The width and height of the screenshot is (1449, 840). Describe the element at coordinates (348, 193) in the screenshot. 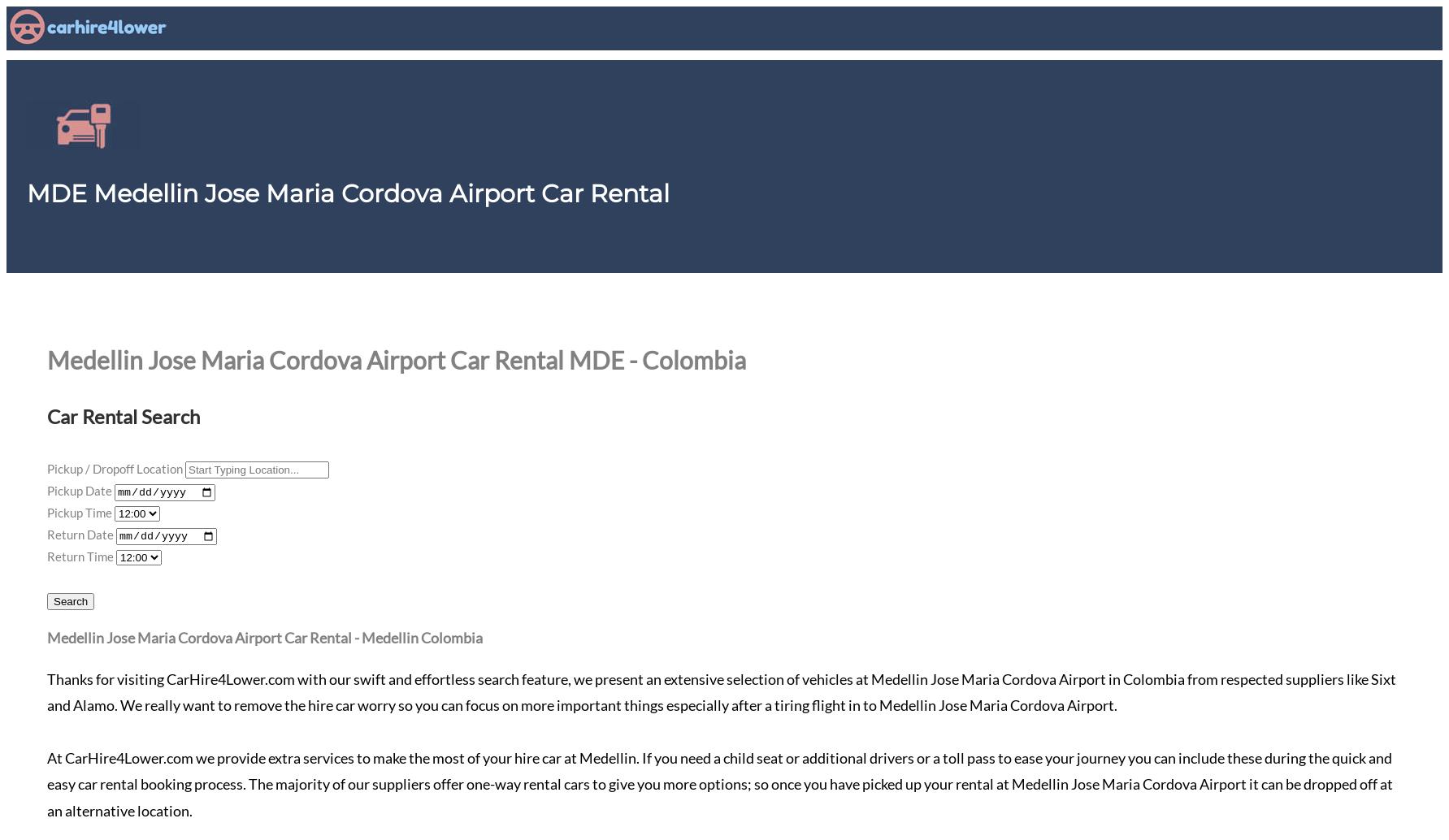

I see `'MDE Medellin Jose Maria Cordova Airport Car Rental'` at that location.